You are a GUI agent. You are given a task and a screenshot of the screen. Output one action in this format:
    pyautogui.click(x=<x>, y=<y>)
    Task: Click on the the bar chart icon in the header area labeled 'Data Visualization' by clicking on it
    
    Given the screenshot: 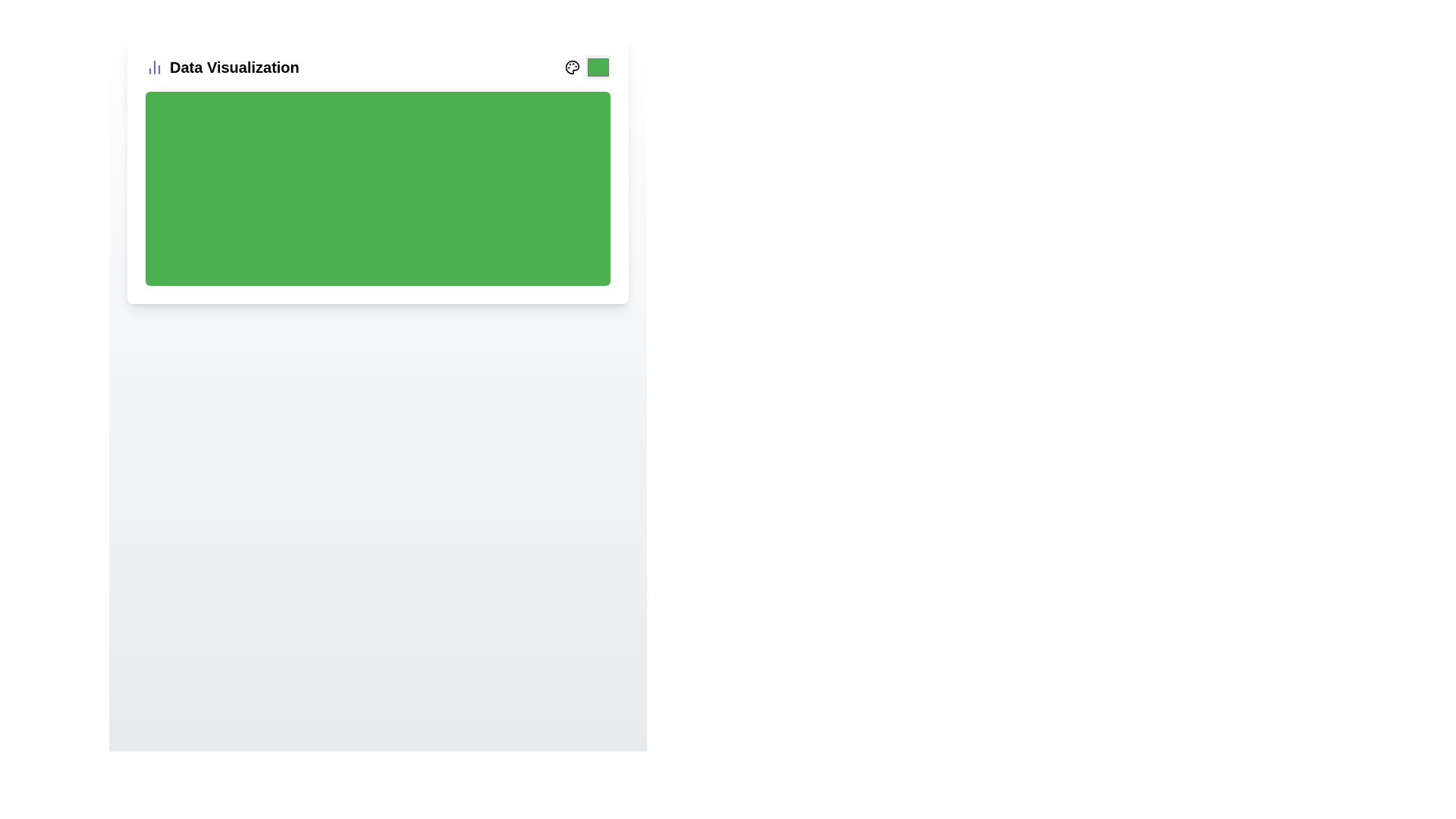 What is the action you would take?
    pyautogui.click(x=154, y=66)
    